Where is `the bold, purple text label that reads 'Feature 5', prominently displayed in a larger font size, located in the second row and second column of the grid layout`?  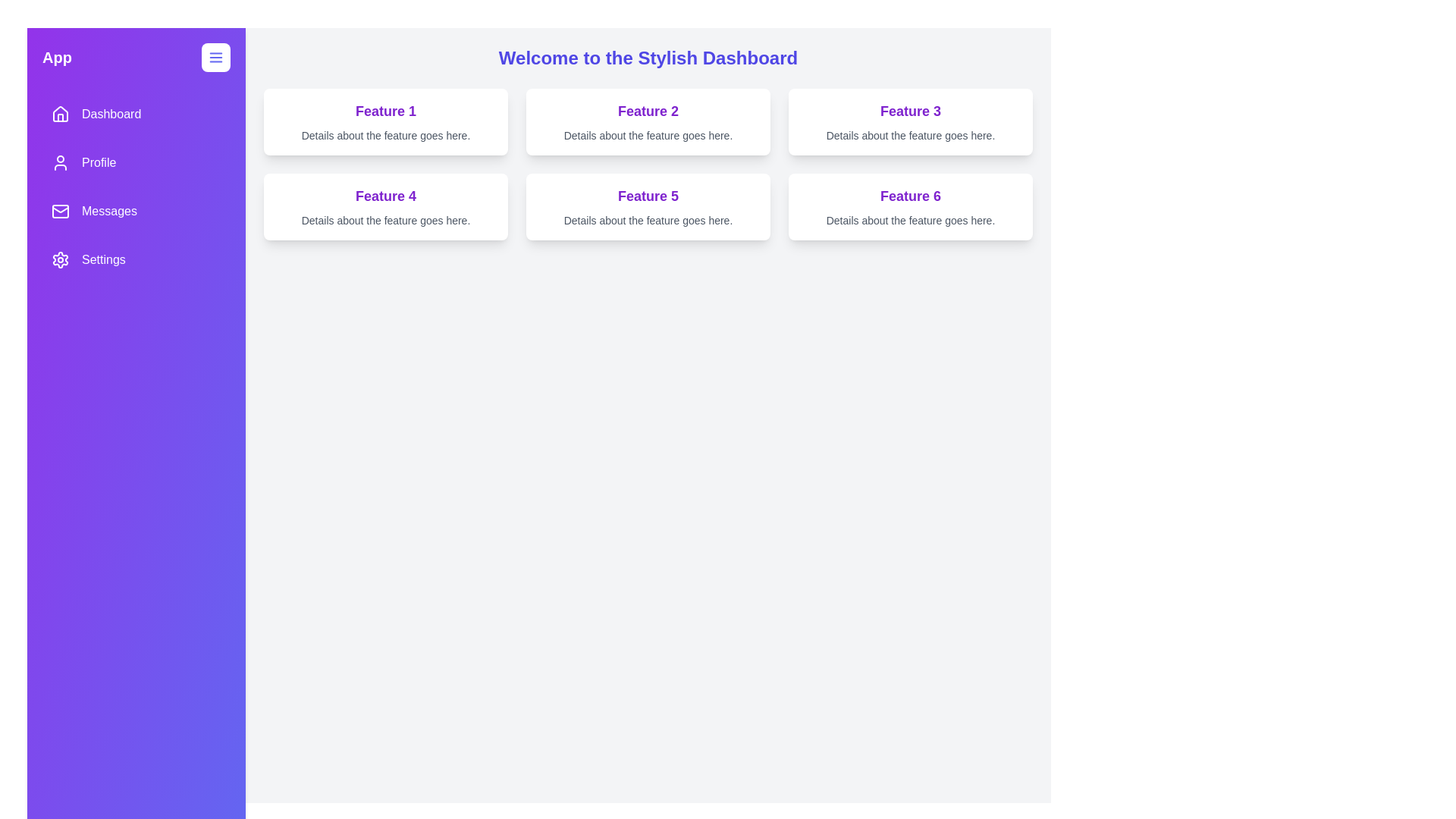 the bold, purple text label that reads 'Feature 5', prominently displayed in a larger font size, located in the second row and second column of the grid layout is located at coordinates (648, 195).